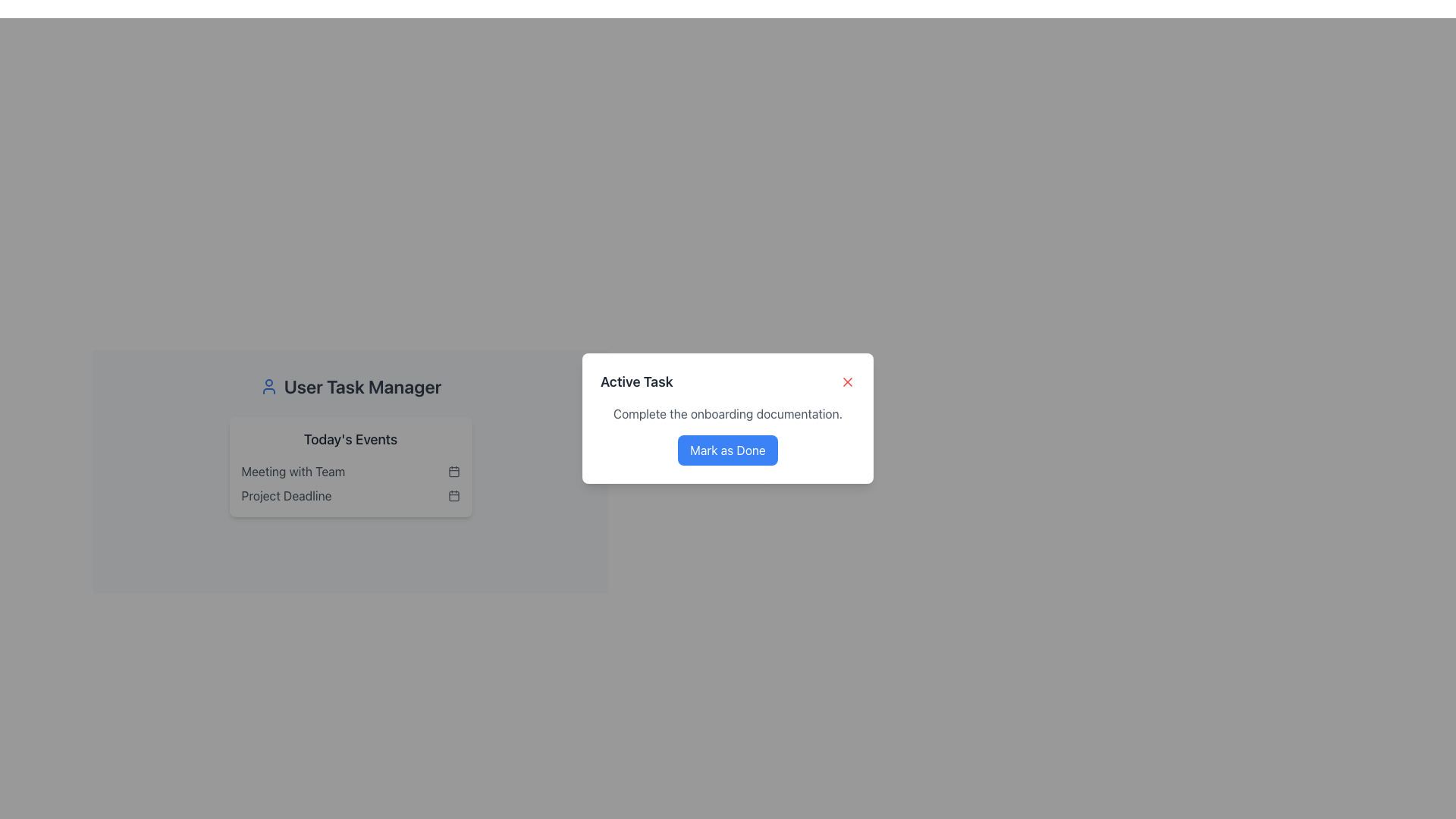 This screenshot has height=819, width=1456. Describe the element at coordinates (293, 470) in the screenshot. I see `the text label displaying 'Meeting with Team' in gray font, located in the 'Today's Events' section of the 'User Task Manager' panel` at that location.